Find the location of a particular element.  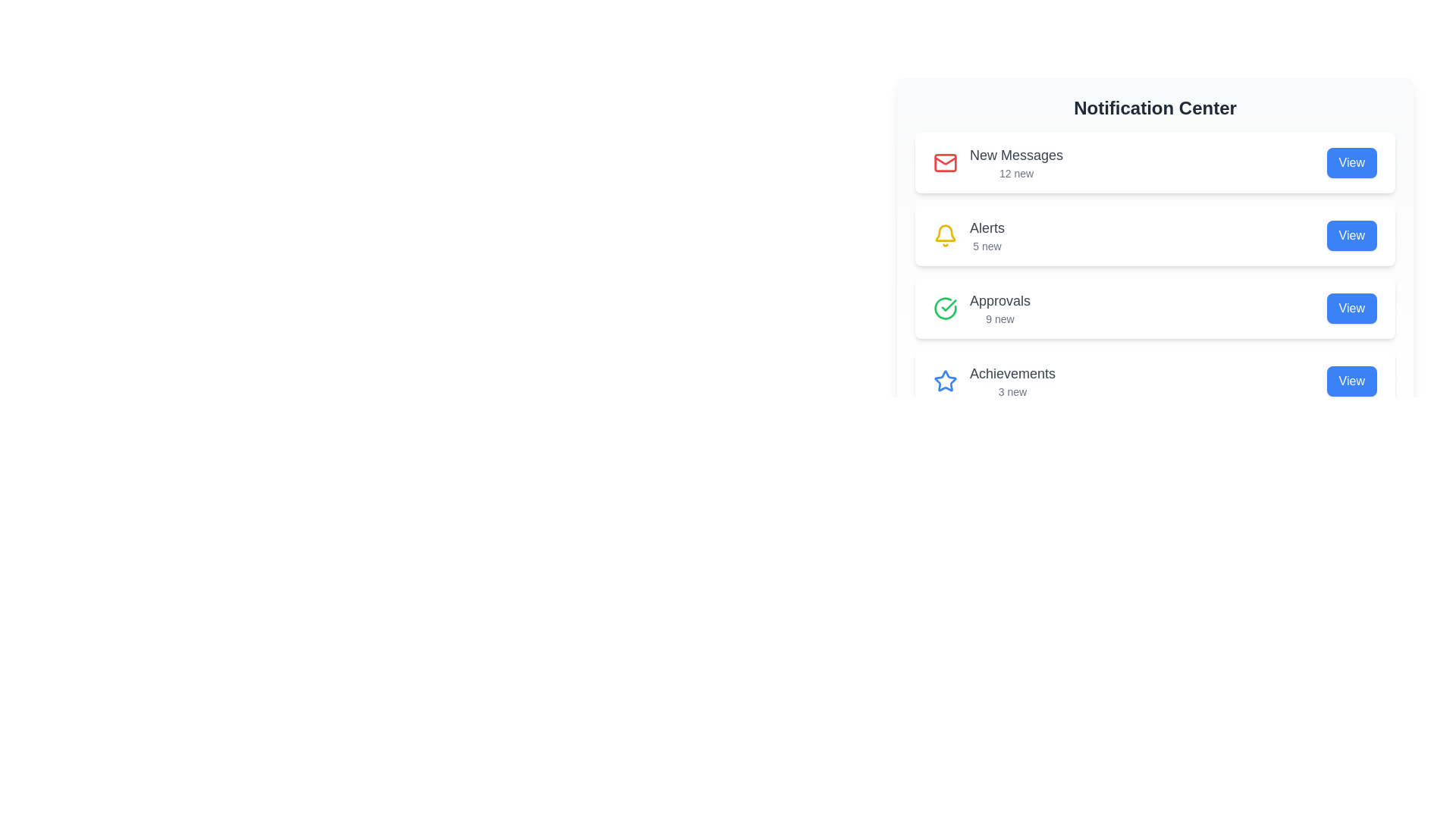

the text label that indicates the category or type of notification, positioned above the '9 new' text and below the green checkmark icon in the notification section is located at coordinates (1000, 301).